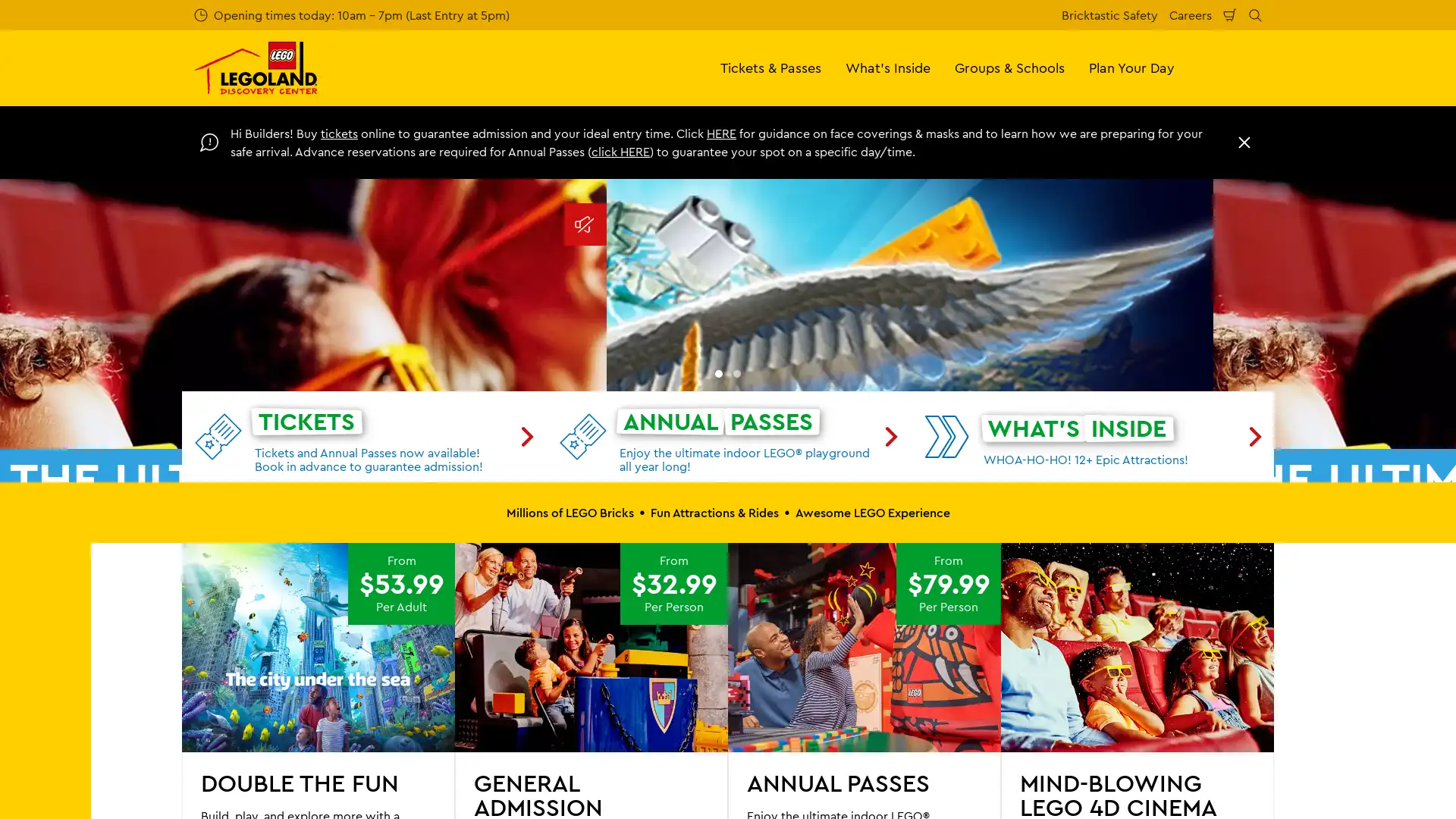 The height and width of the screenshot is (819, 1456). What do you see at coordinates (1230, 14) in the screenshot?
I see `Shopping Cart` at bounding box center [1230, 14].